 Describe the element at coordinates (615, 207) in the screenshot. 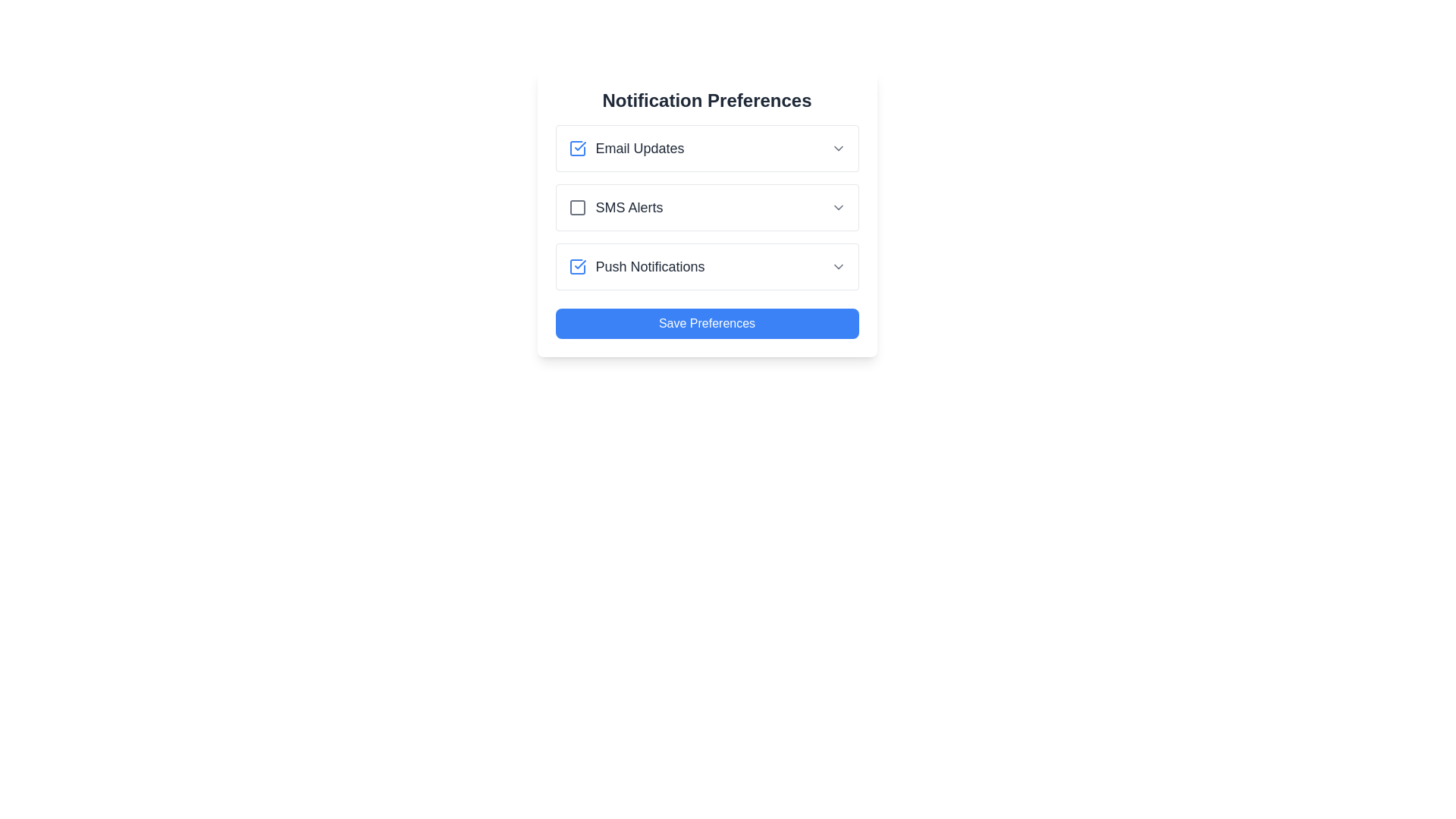

I see `the 'SMS Alerts' checkbox text` at that location.